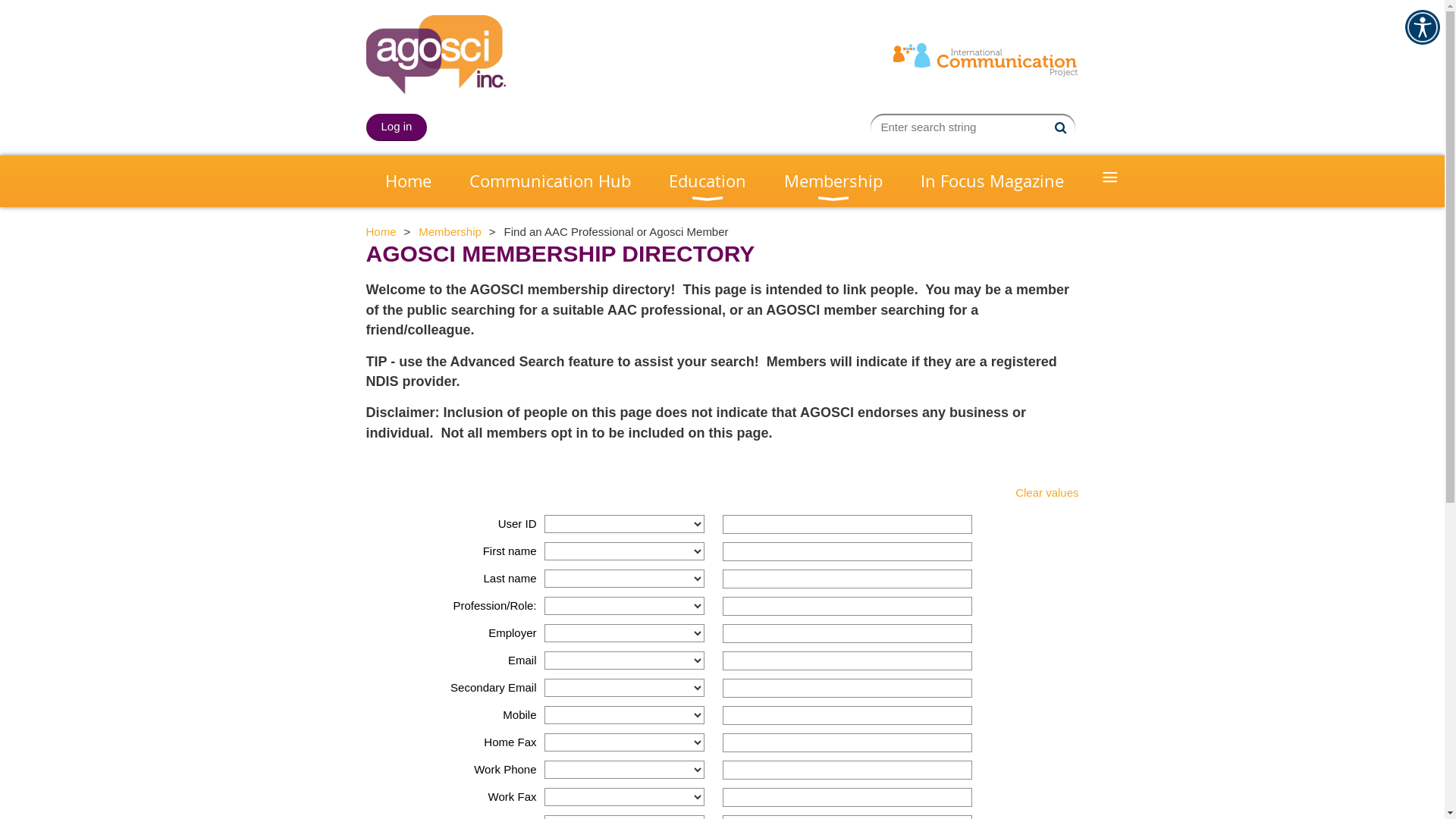 Image resolution: width=1456 pixels, height=819 pixels. Describe the element at coordinates (549, 180) in the screenshot. I see `'Communication Hub'` at that location.